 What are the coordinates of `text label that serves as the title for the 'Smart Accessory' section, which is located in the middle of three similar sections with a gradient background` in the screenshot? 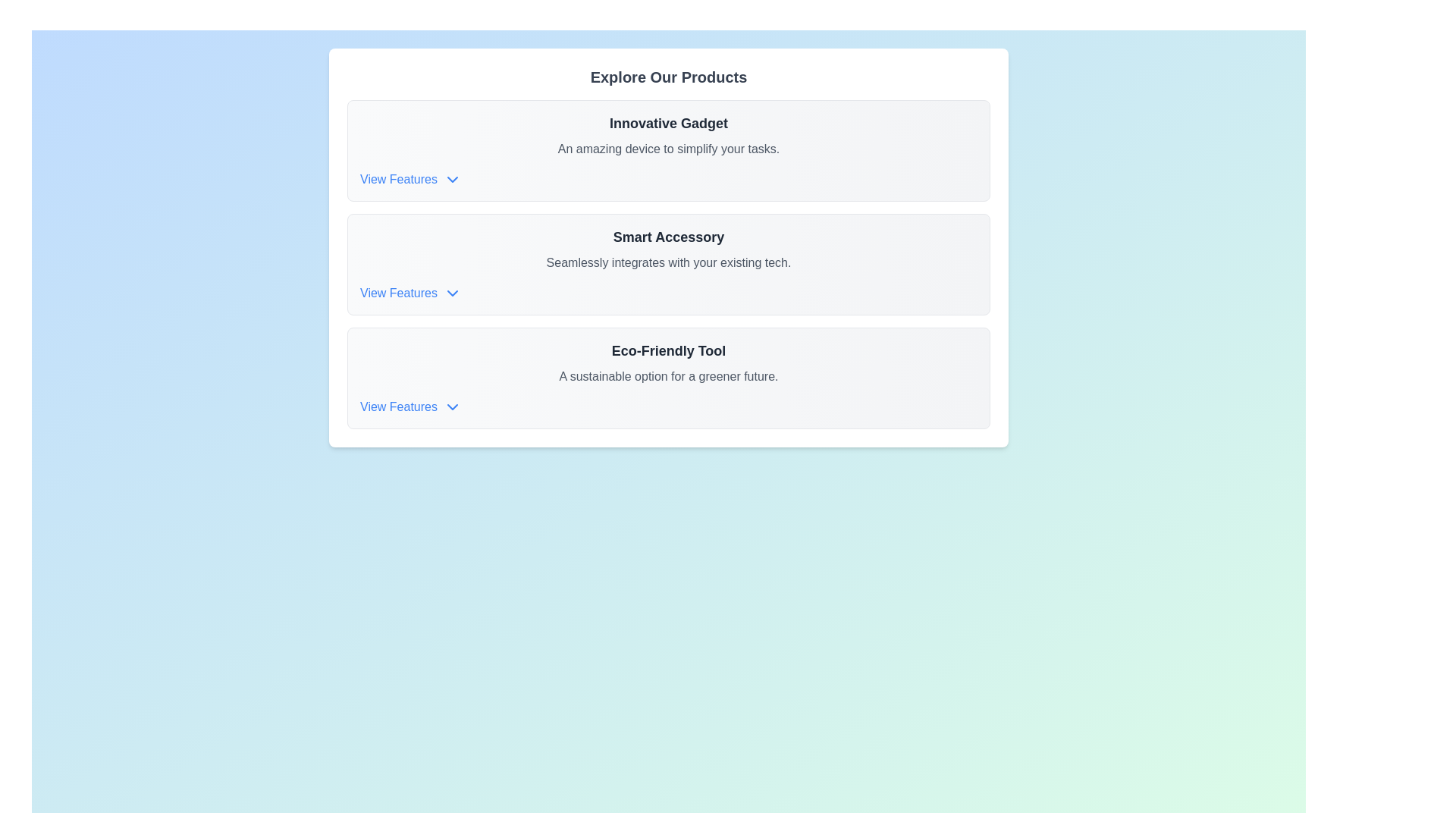 It's located at (668, 237).